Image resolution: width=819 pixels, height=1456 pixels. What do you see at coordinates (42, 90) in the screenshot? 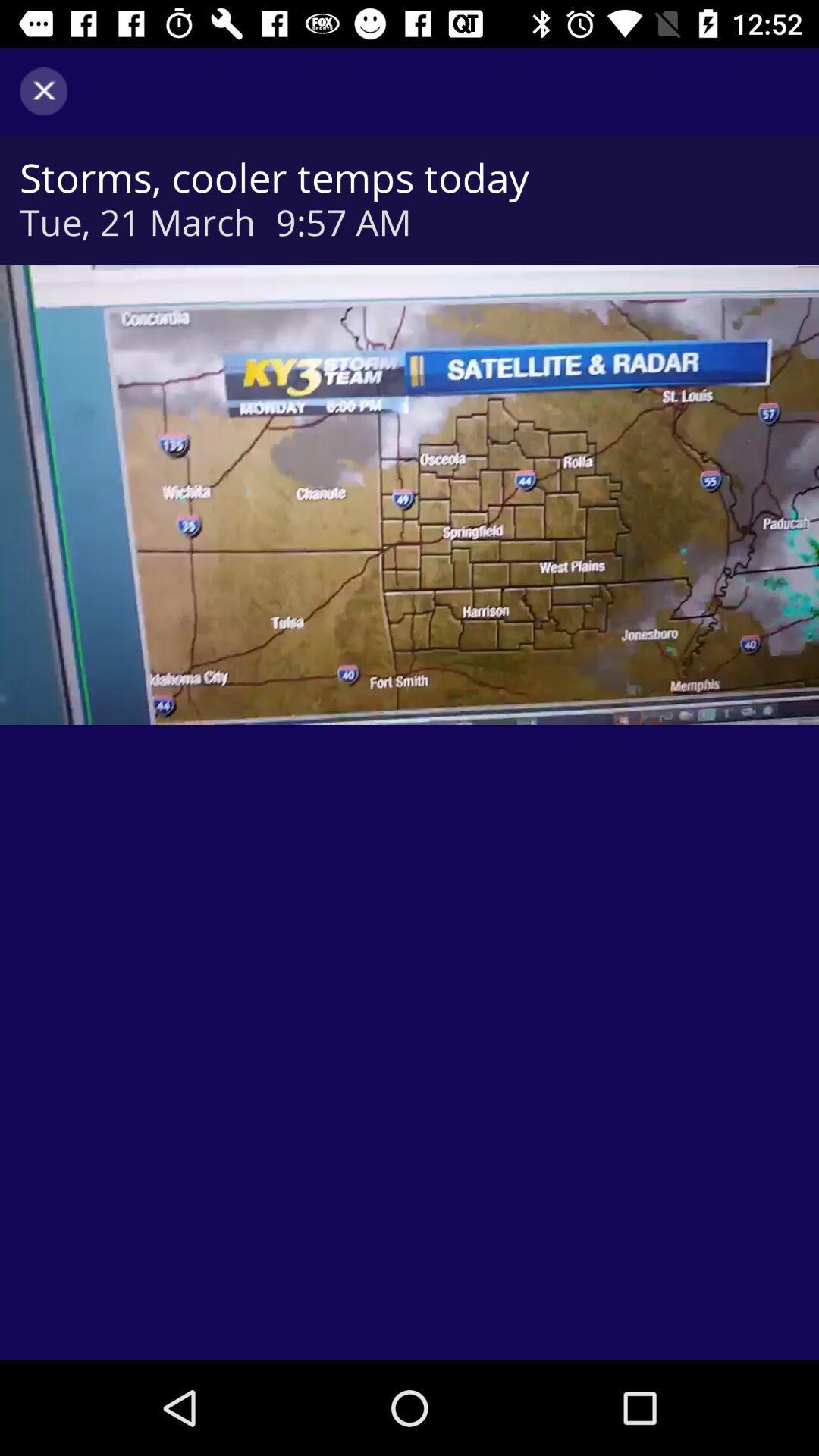
I see `the close icon` at bounding box center [42, 90].